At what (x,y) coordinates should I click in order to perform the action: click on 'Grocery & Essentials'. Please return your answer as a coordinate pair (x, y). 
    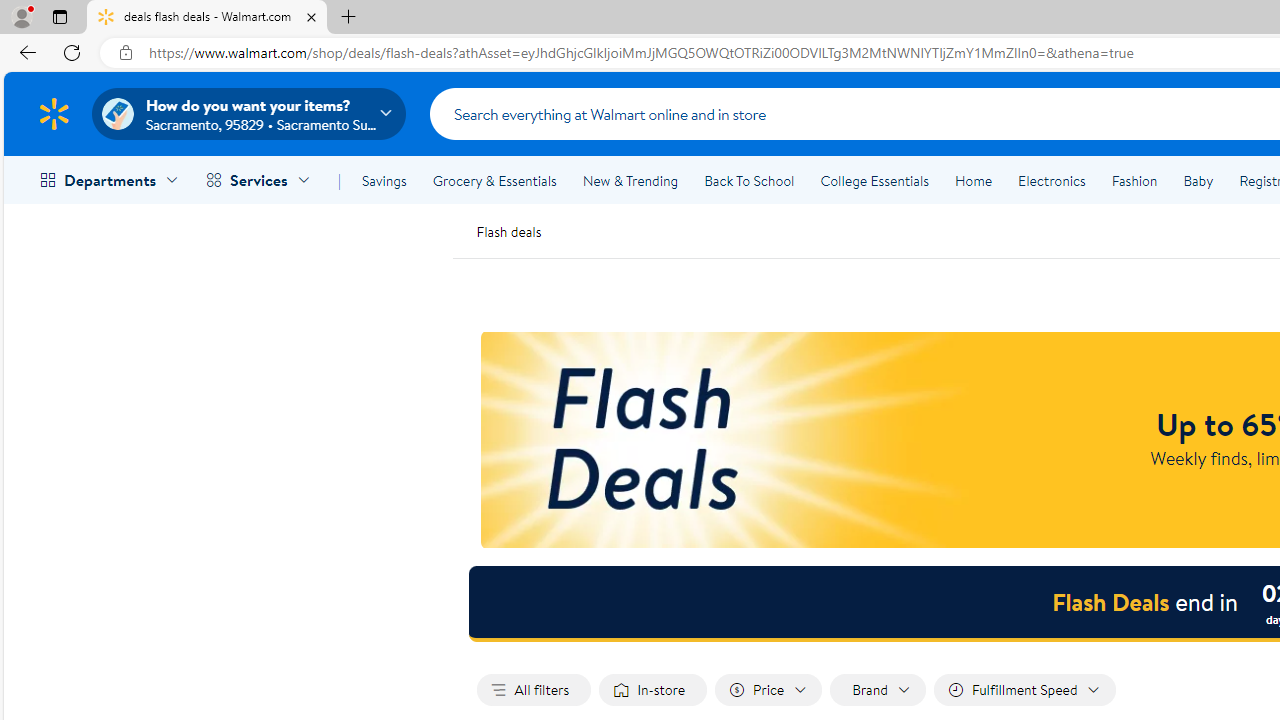
    Looking at the image, I should click on (494, 181).